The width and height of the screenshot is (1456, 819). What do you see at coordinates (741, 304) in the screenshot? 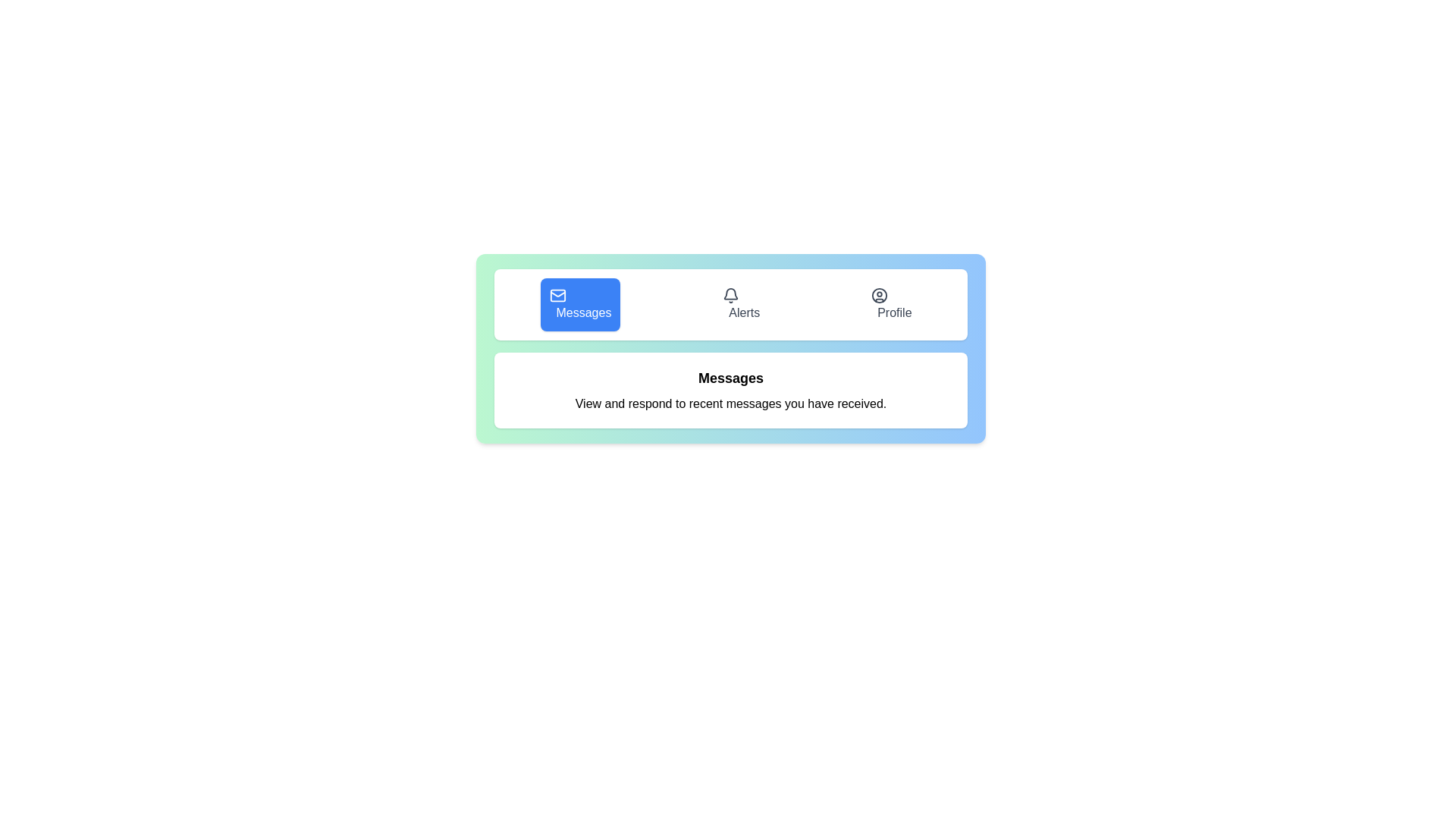
I see `the Alerts tab by clicking on its button` at bounding box center [741, 304].